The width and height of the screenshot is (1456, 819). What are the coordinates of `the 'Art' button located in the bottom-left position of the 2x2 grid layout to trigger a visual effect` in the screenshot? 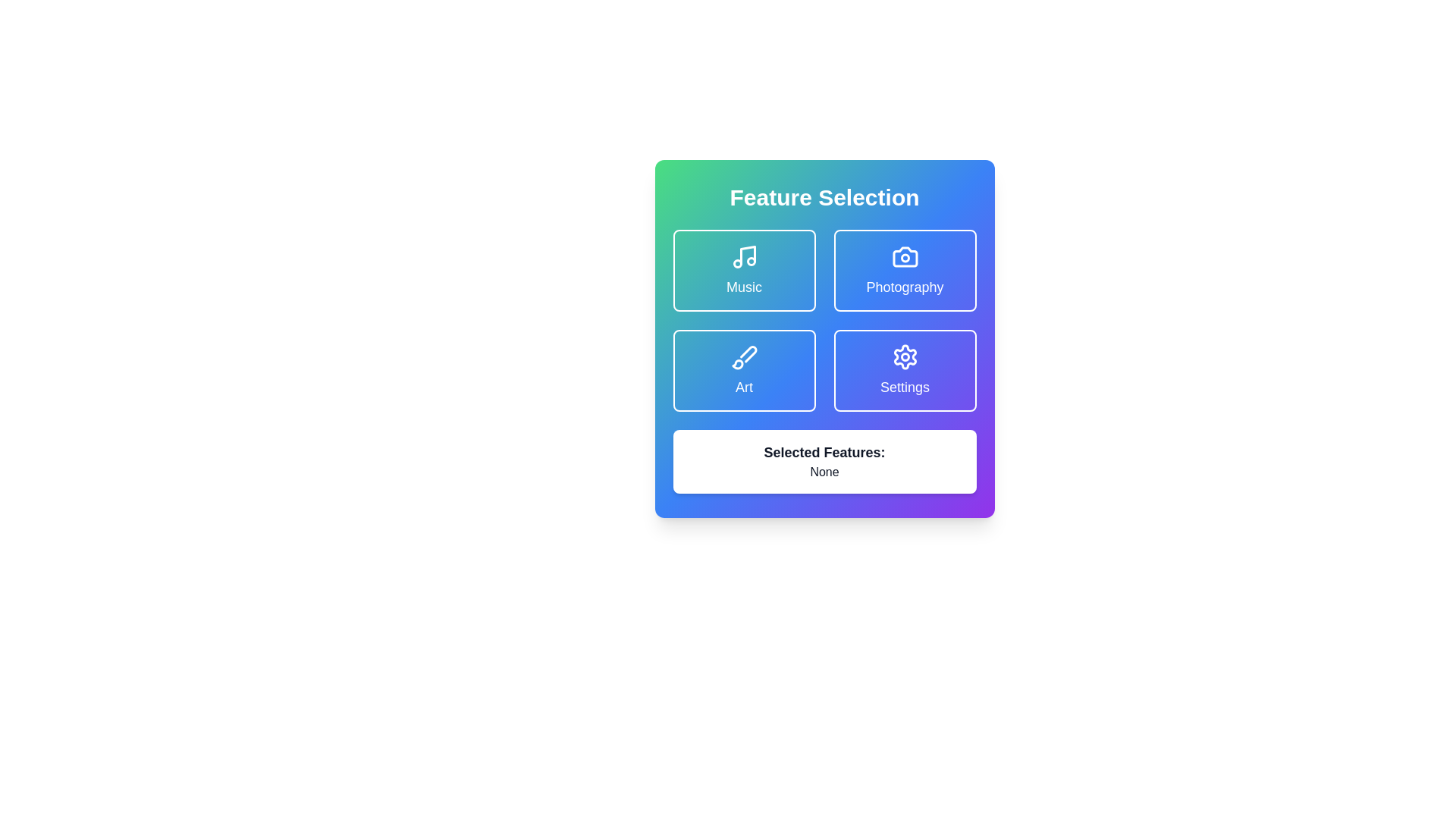 It's located at (744, 371).